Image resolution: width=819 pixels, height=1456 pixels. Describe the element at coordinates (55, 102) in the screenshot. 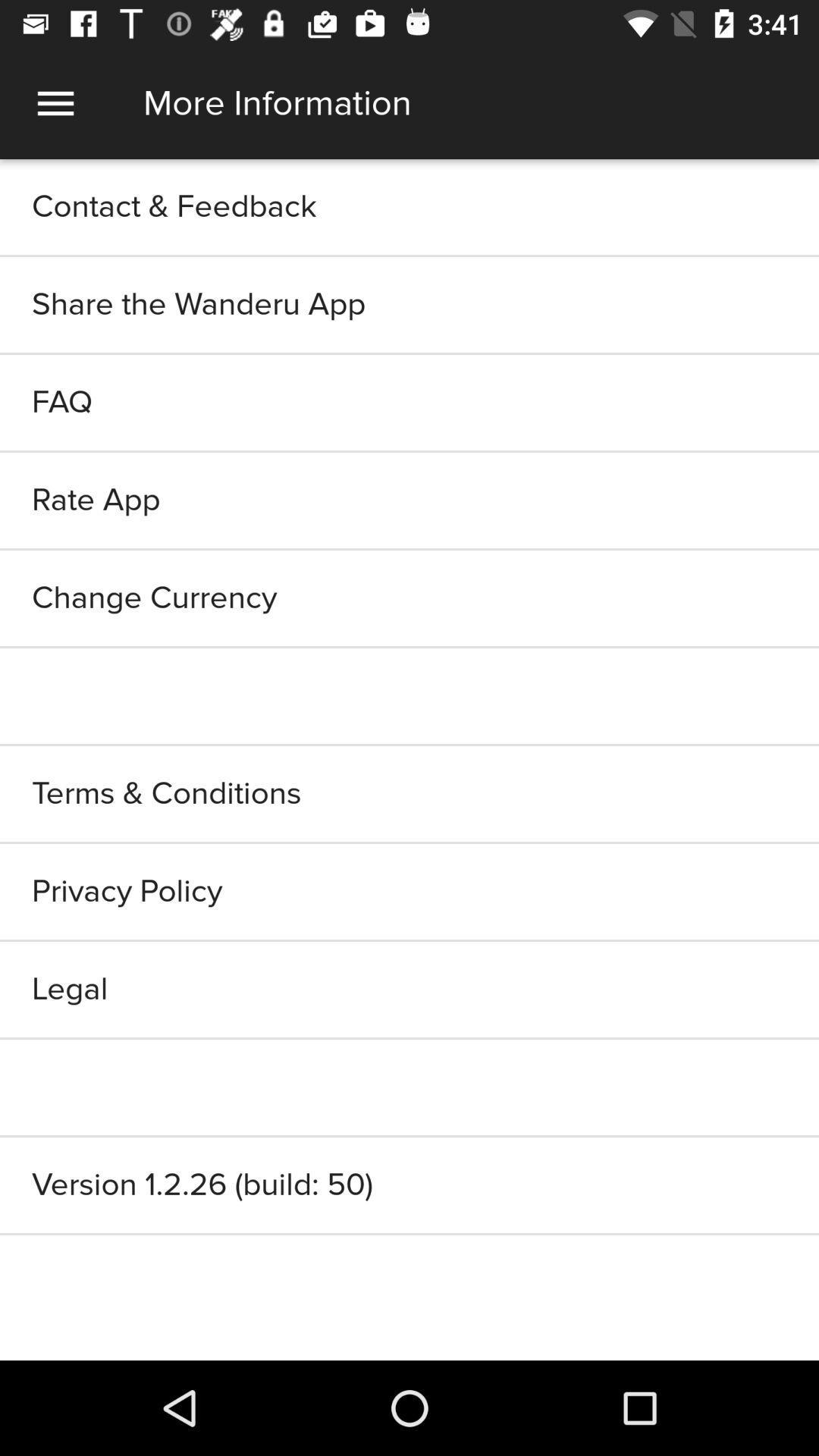

I see `the item to the left of the more information item` at that location.